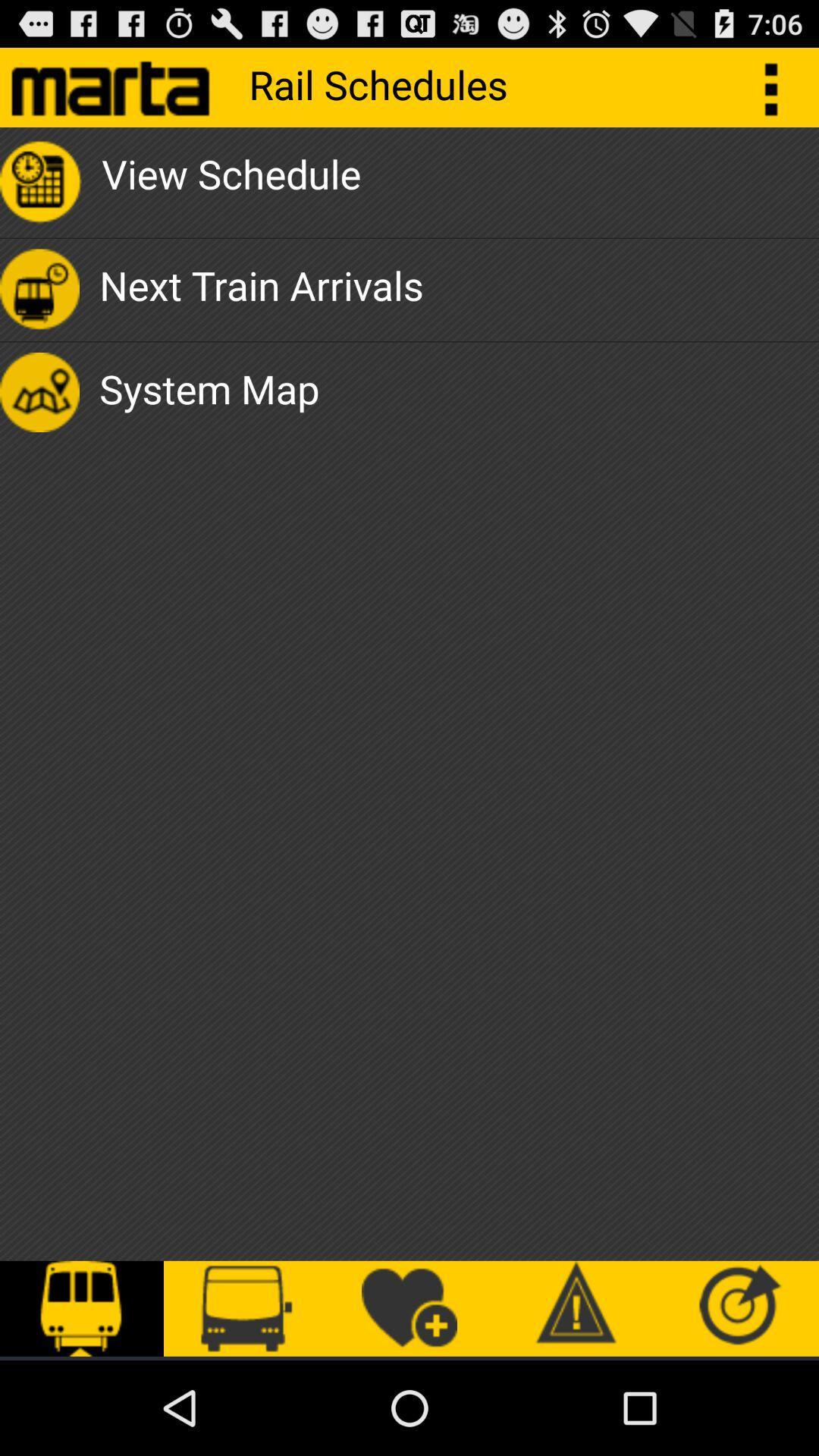  Describe the element at coordinates (779, 93) in the screenshot. I see `the more icon` at that location.